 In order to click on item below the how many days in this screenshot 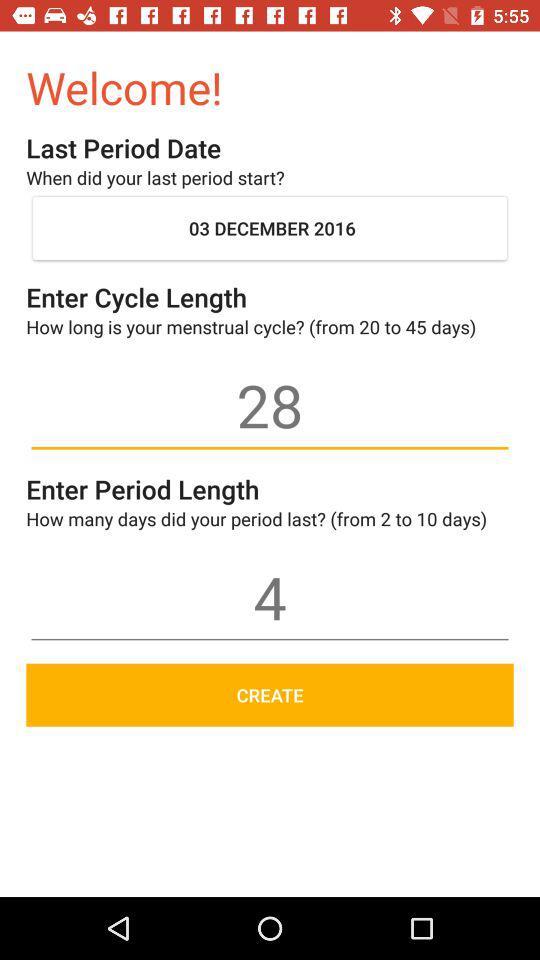, I will do `click(270, 597)`.